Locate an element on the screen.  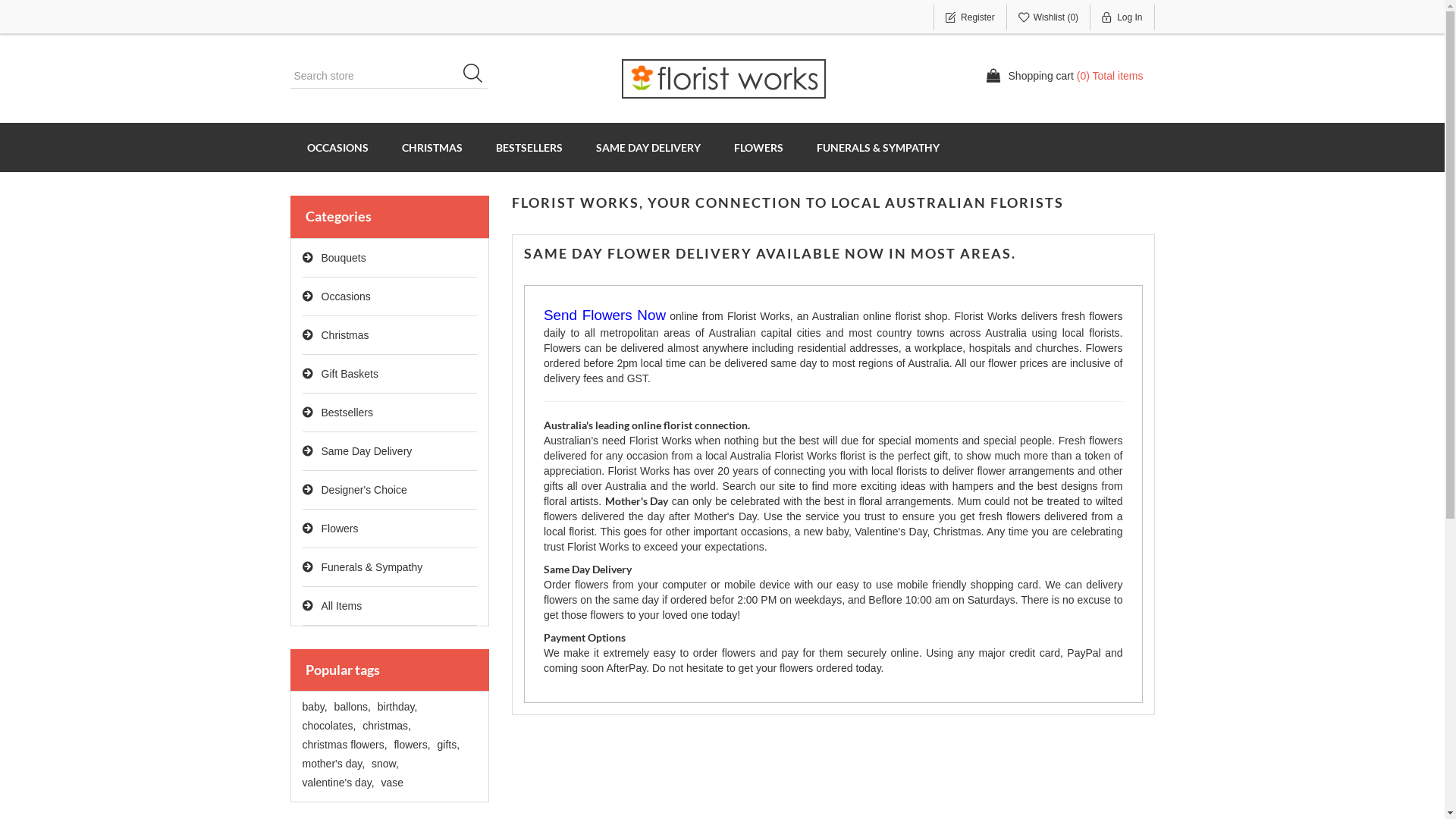
'Funerals & Sympathy' is located at coordinates (389, 567).